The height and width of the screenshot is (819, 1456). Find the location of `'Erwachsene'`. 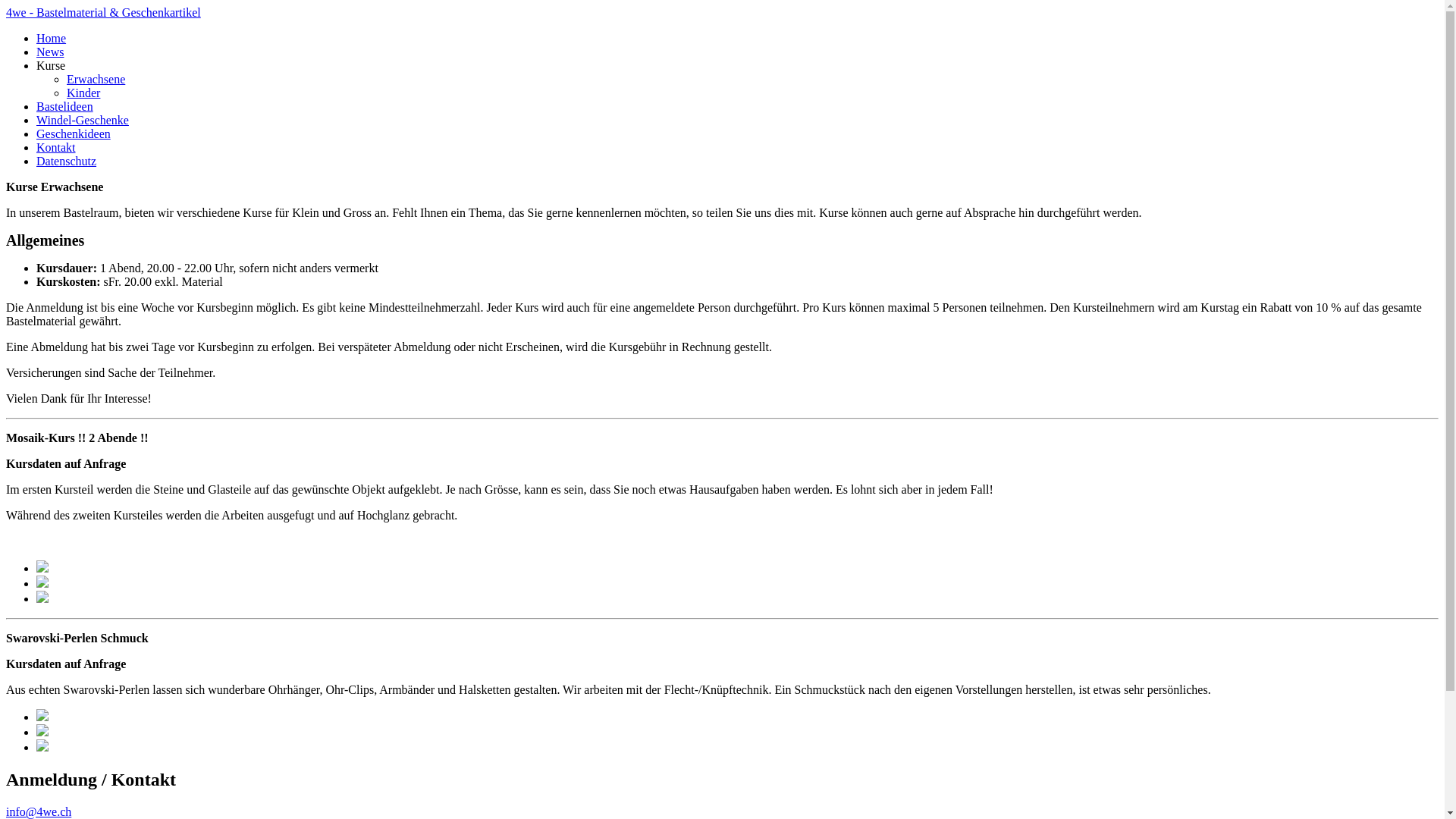

'Erwachsene' is located at coordinates (65, 79).